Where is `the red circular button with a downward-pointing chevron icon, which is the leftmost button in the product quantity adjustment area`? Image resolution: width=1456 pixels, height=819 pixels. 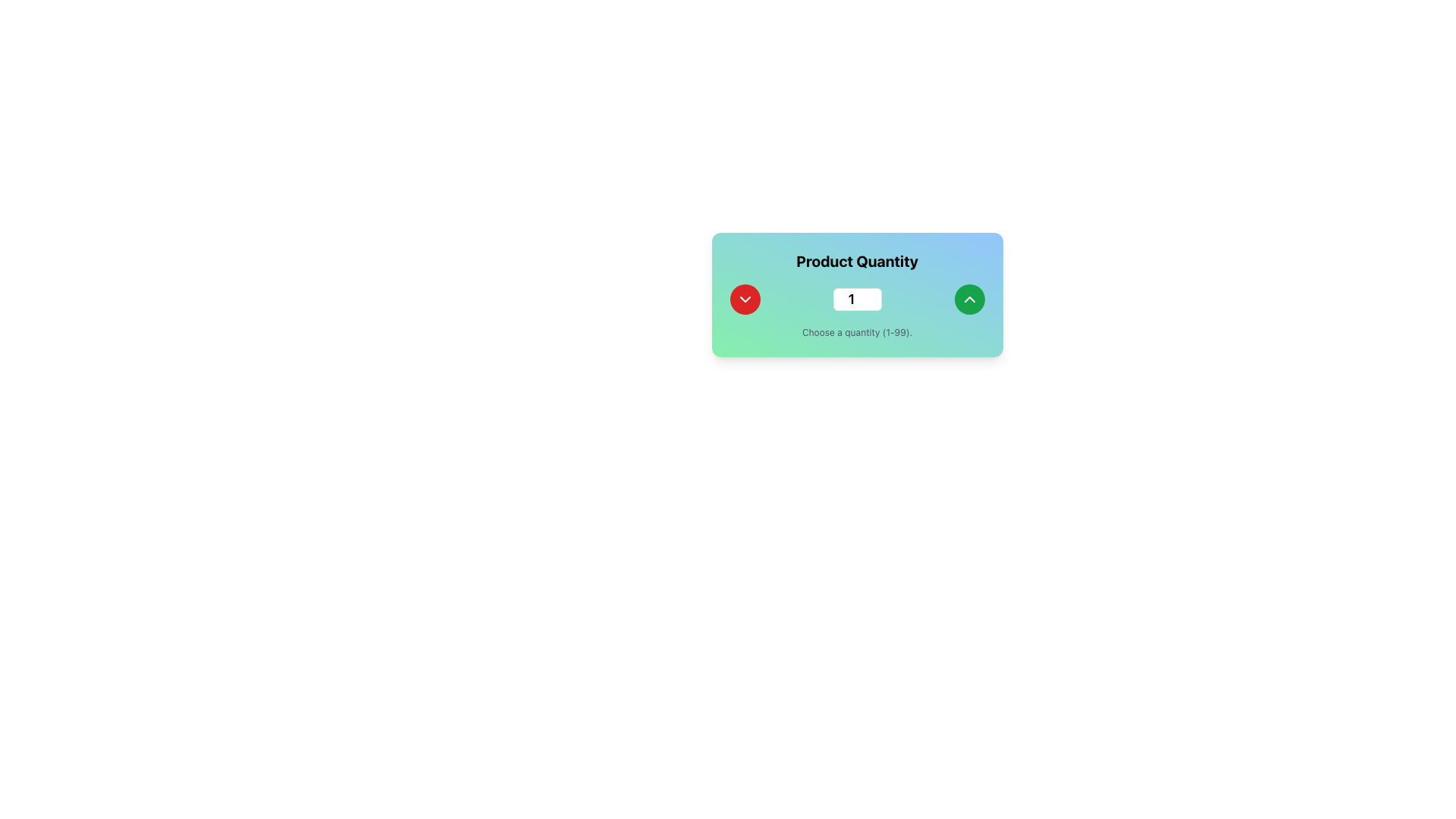 the red circular button with a downward-pointing chevron icon, which is the leftmost button in the product quantity adjustment area is located at coordinates (745, 299).